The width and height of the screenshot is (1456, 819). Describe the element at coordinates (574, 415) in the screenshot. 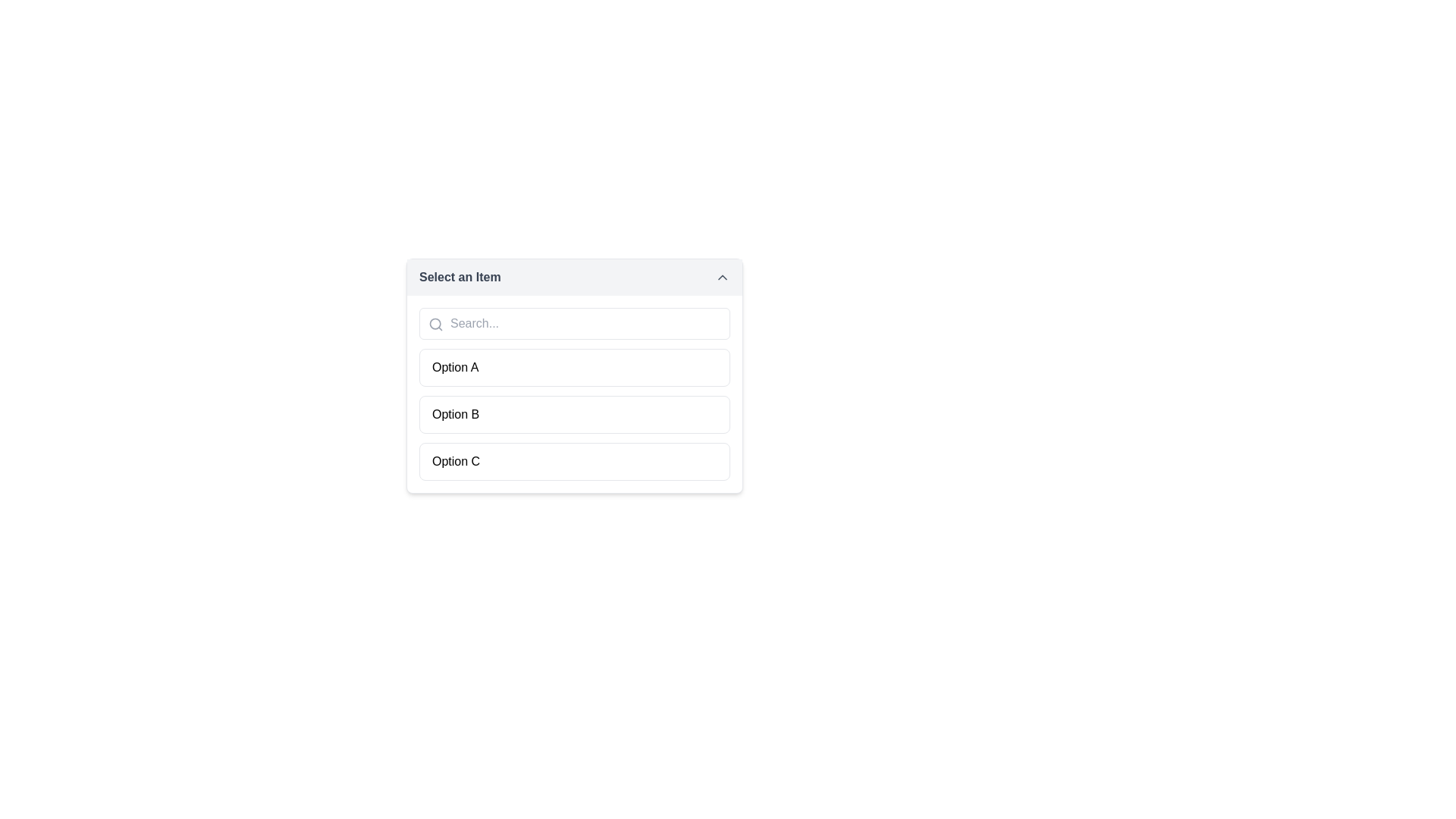

I see `the second option in the dropdown list containing 'Option A', 'Option B', and 'Option C' for focus effect` at that location.